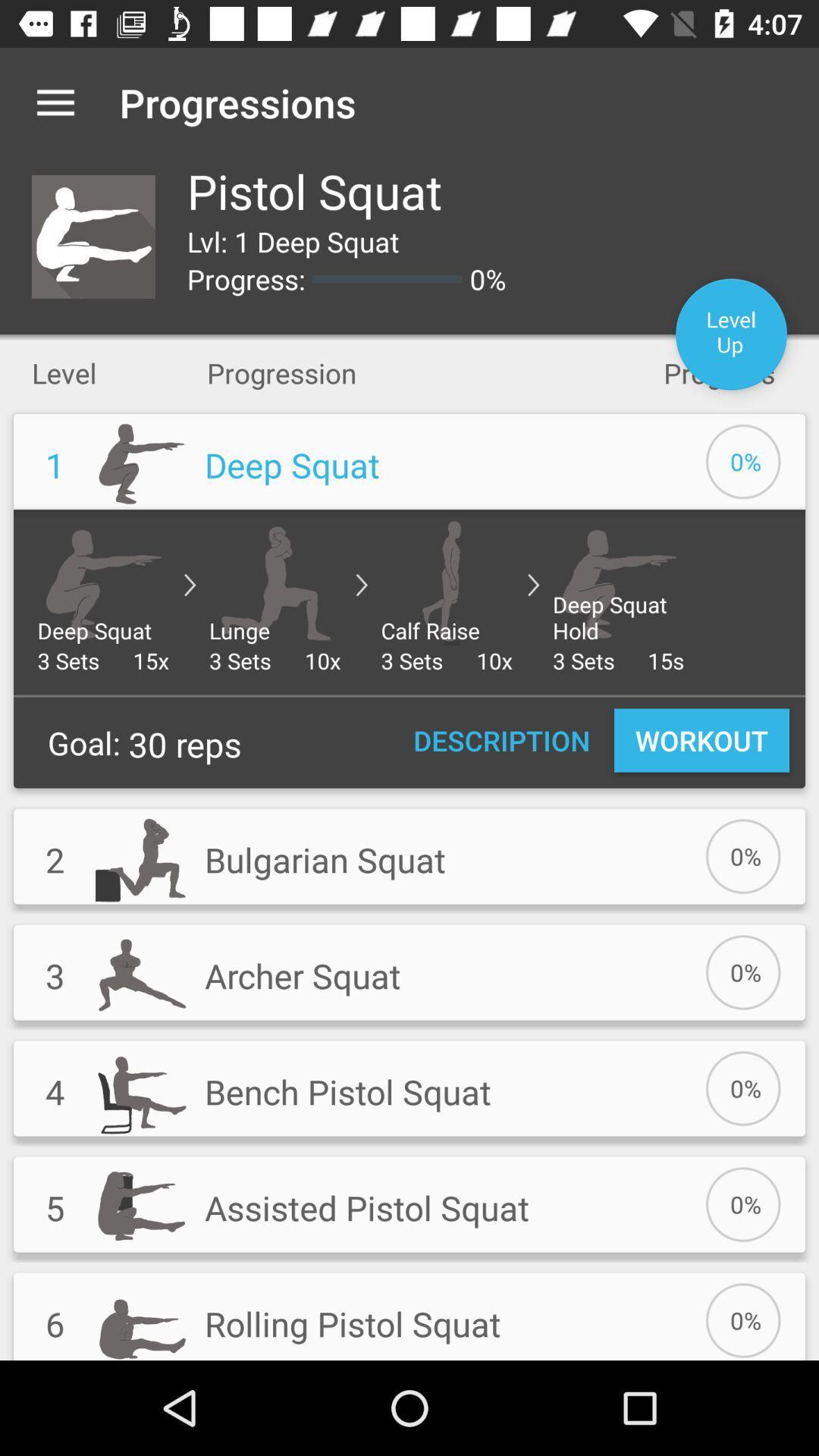  What do you see at coordinates (55, 102) in the screenshot?
I see `the item next to the progressions item` at bounding box center [55, 102].